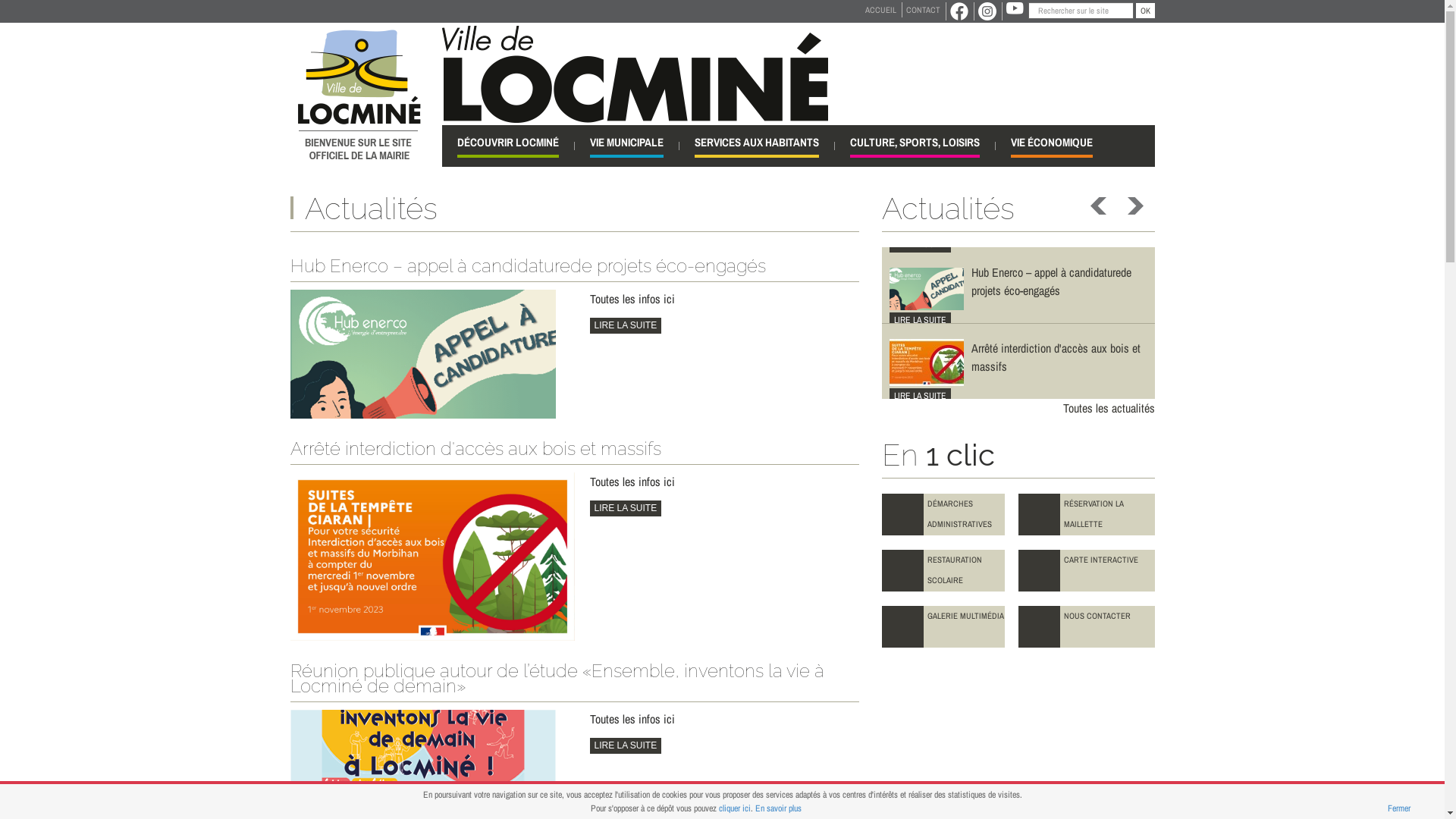  Describe the element at coordinates (1124, 206) in the screenshot. I see `'Next'` at that location.